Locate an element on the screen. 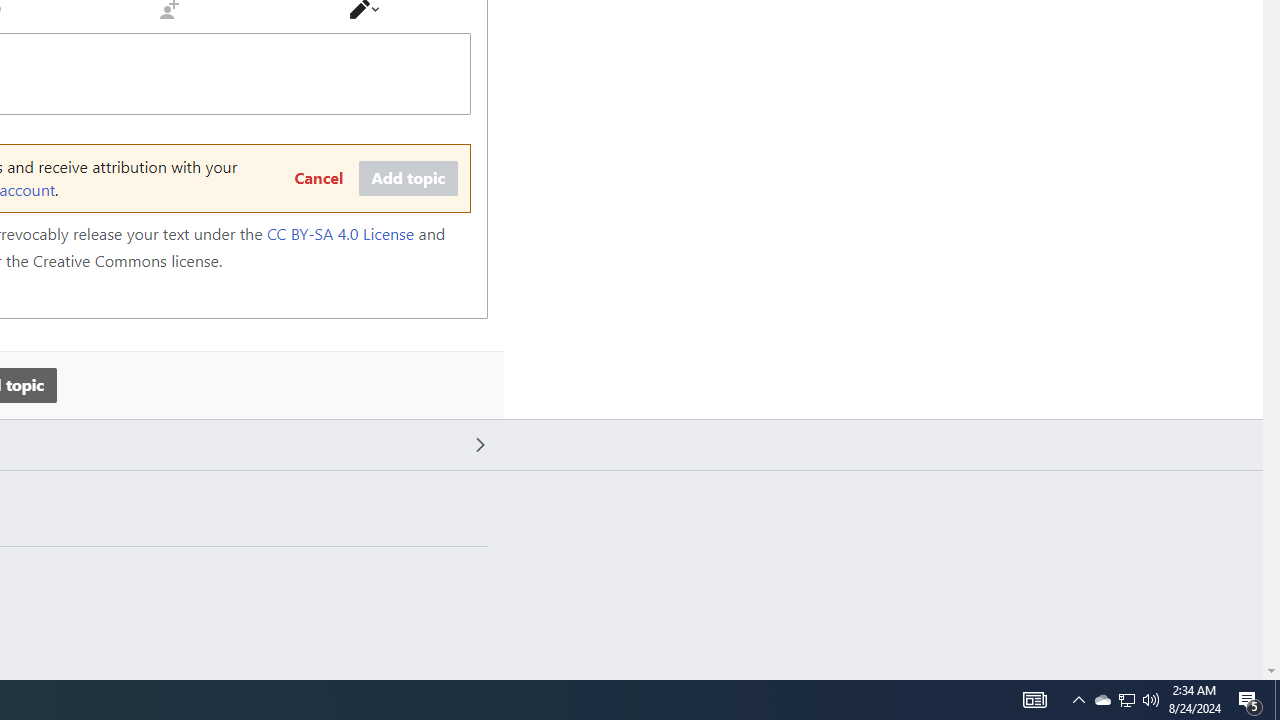  'Add topic' is located at coordinates (407, 178).